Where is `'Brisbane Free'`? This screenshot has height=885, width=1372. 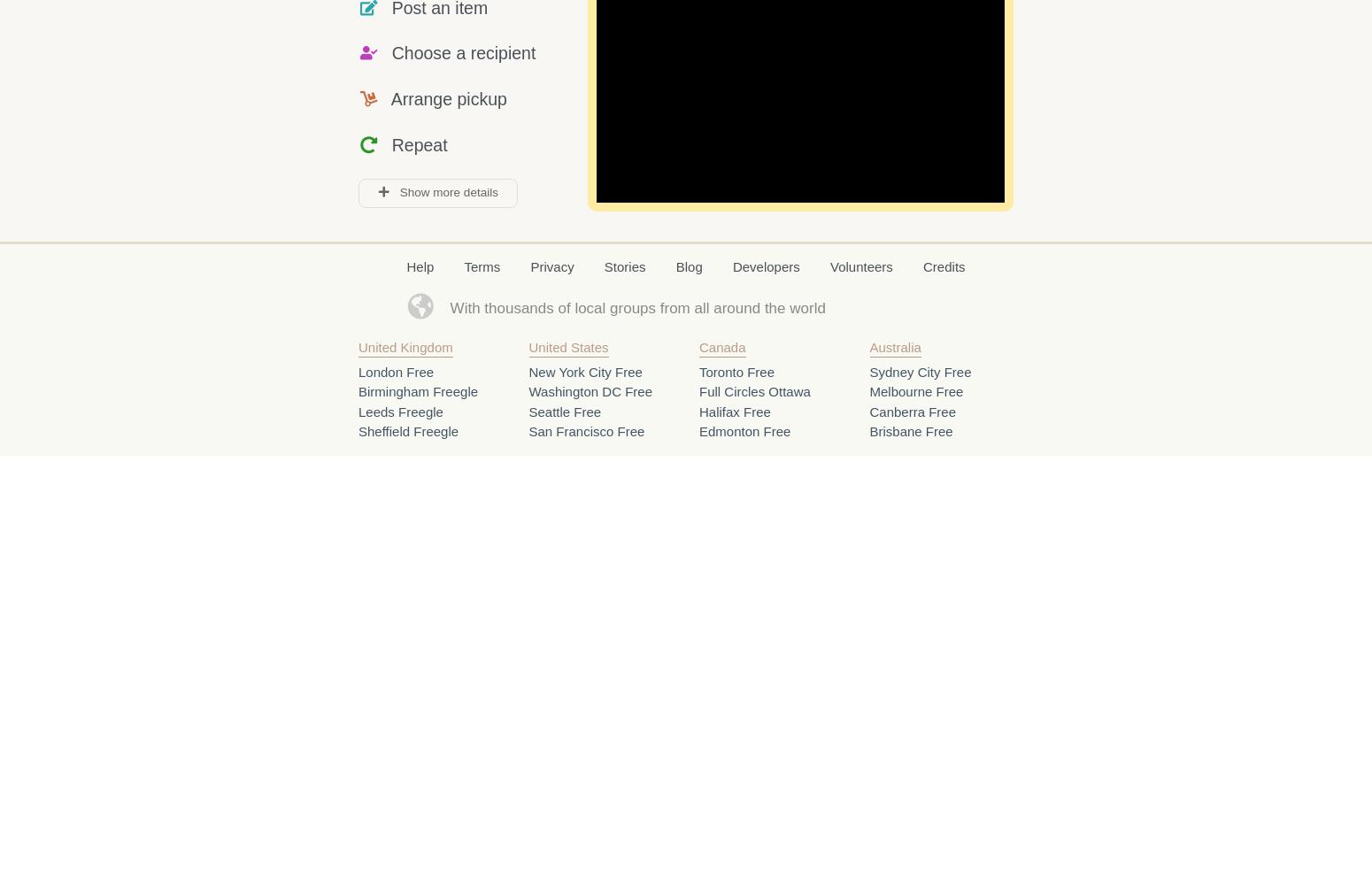
'Brisbane Free' is located at coordinates (911, 430).